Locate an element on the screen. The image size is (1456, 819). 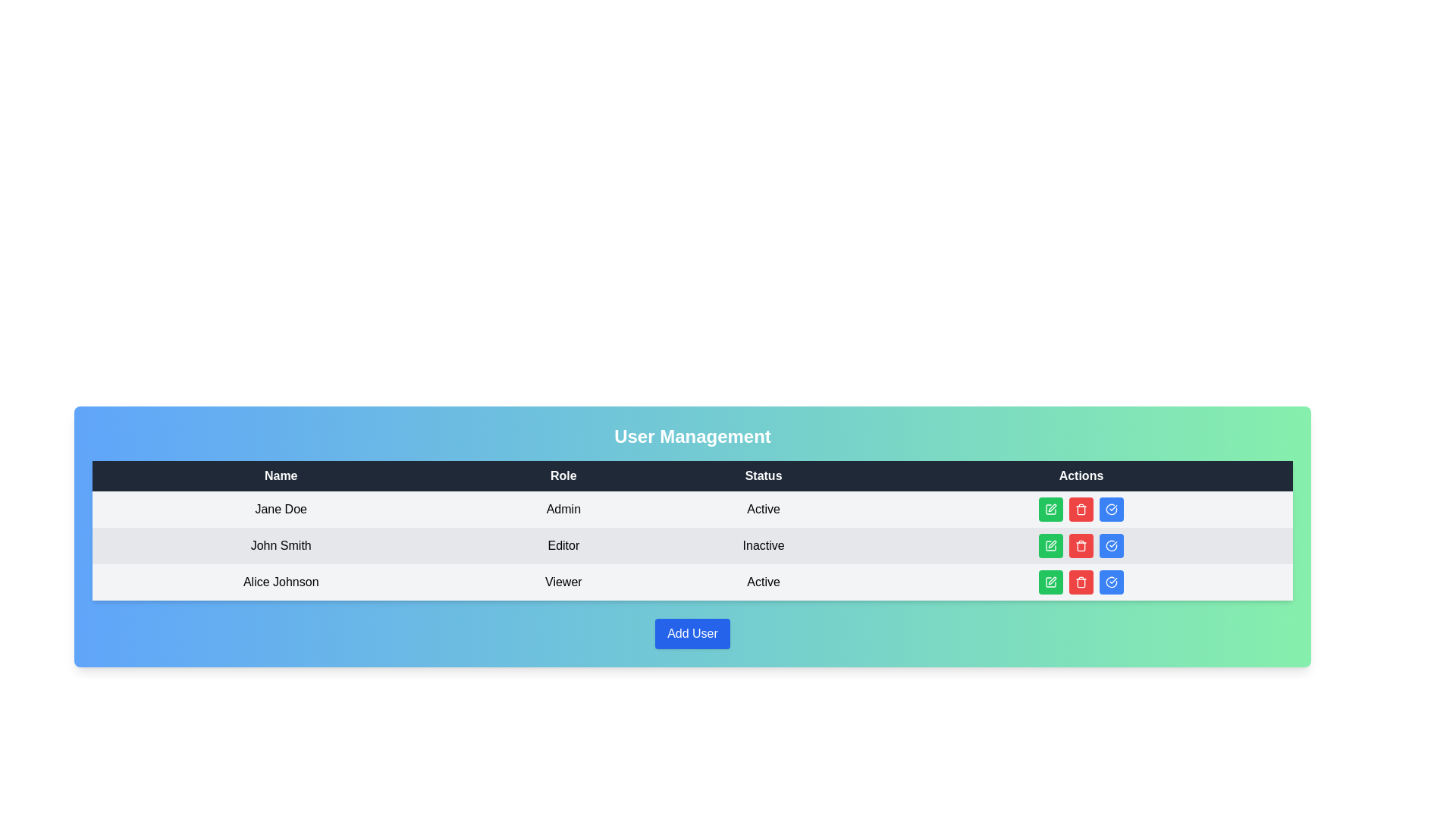
the blue circular icon with a white checkmark inside, located on the right-hand side of the action buttons in the third row of the table is located at coordinates (1111, 509).